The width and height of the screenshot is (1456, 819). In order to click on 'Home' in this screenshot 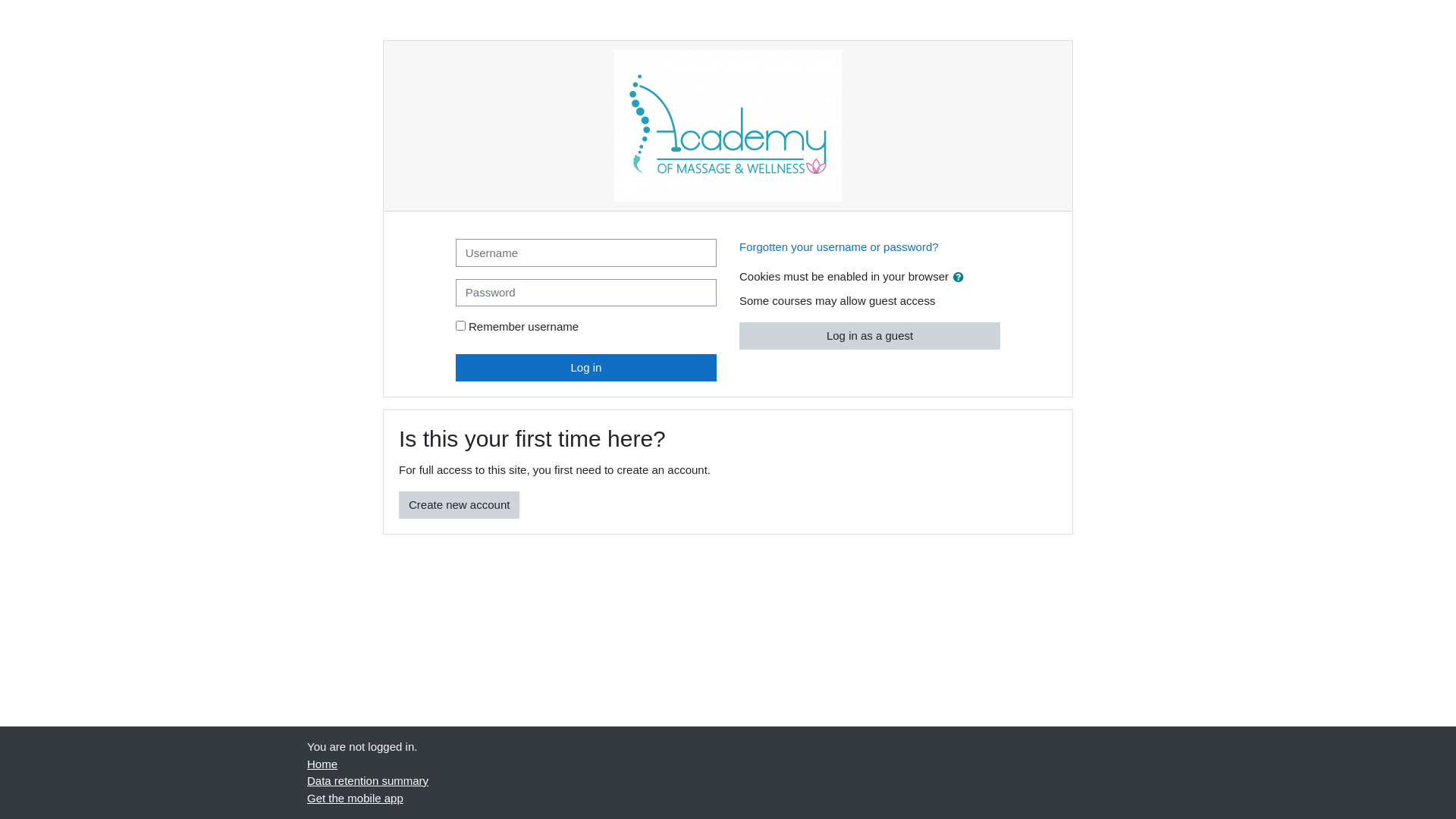, I will do `click(322, 763)`.